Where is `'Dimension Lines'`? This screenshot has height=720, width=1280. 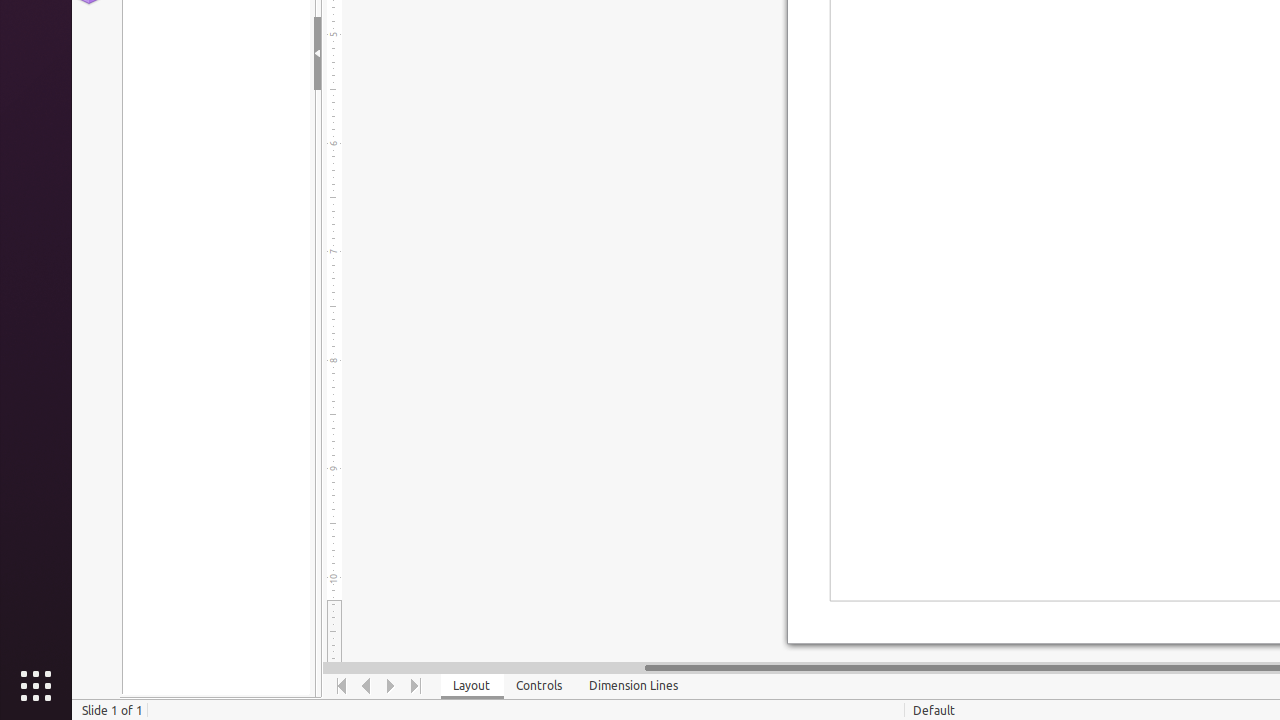
'Dimension Lines' is located at coordinates (633, 685).